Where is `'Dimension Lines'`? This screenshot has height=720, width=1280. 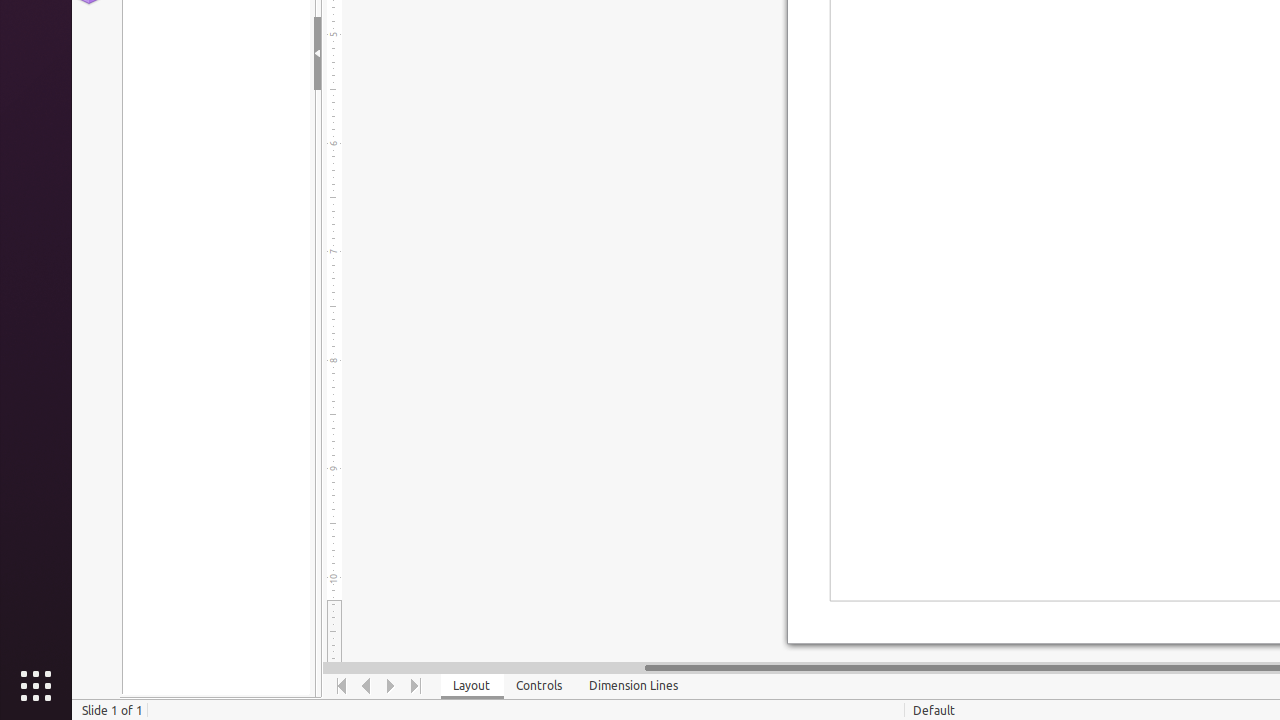
'Dimension Lines' is located at coordinates (633, 685).